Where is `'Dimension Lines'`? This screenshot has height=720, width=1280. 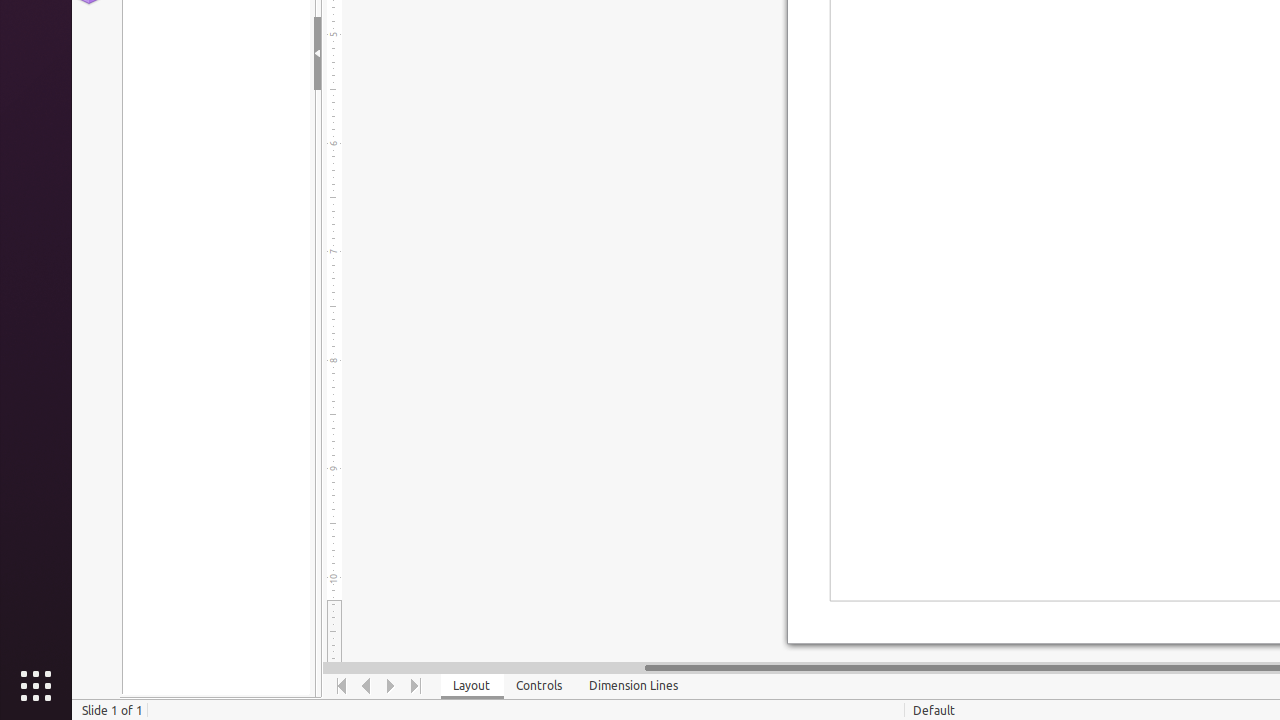
'Dimension Lines' is located at coordinates (633, 685).